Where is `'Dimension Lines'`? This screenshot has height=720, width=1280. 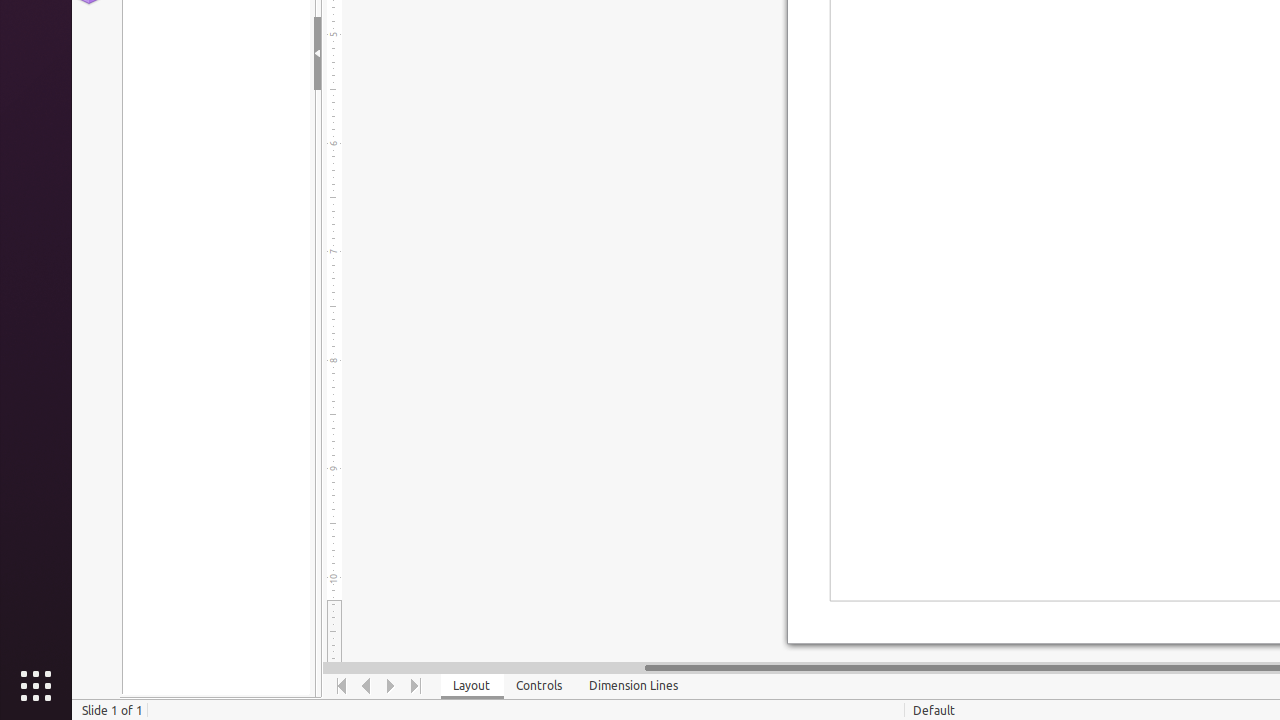
'Dimension Lines' is located at coordinates (633, 685).